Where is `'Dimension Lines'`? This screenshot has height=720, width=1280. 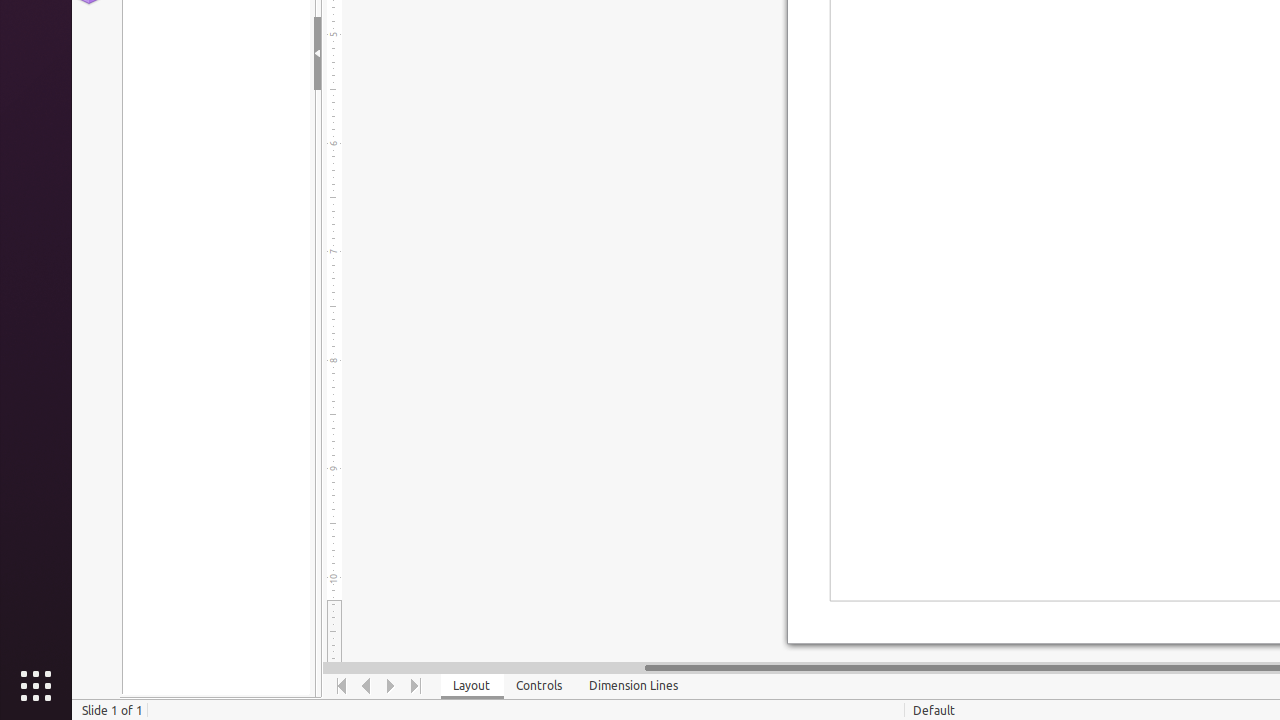
'Dimension Lines' is located at coordinates (633, 685).